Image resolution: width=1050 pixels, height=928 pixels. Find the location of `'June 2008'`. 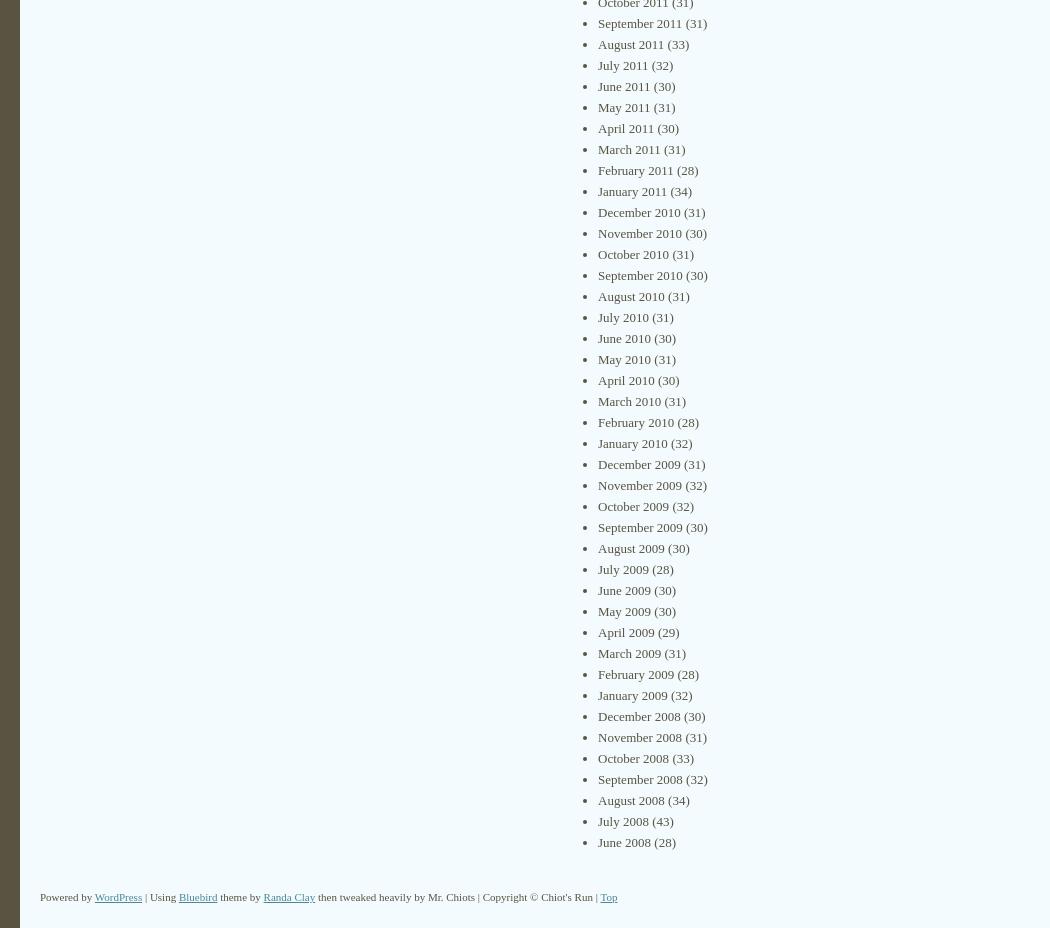

'June 2008' is located at coordinates (624, 842).